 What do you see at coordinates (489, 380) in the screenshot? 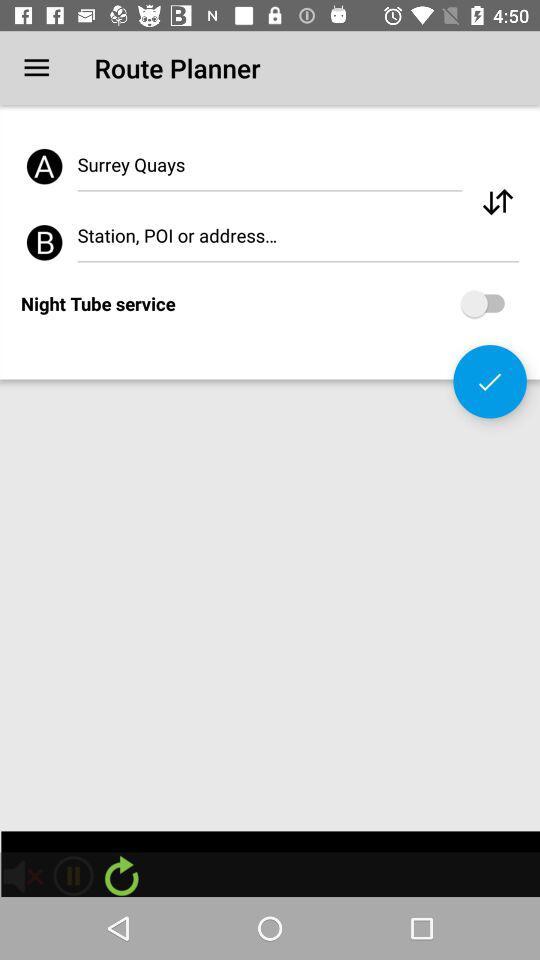
I see `done` at bounding box center [489, 380].